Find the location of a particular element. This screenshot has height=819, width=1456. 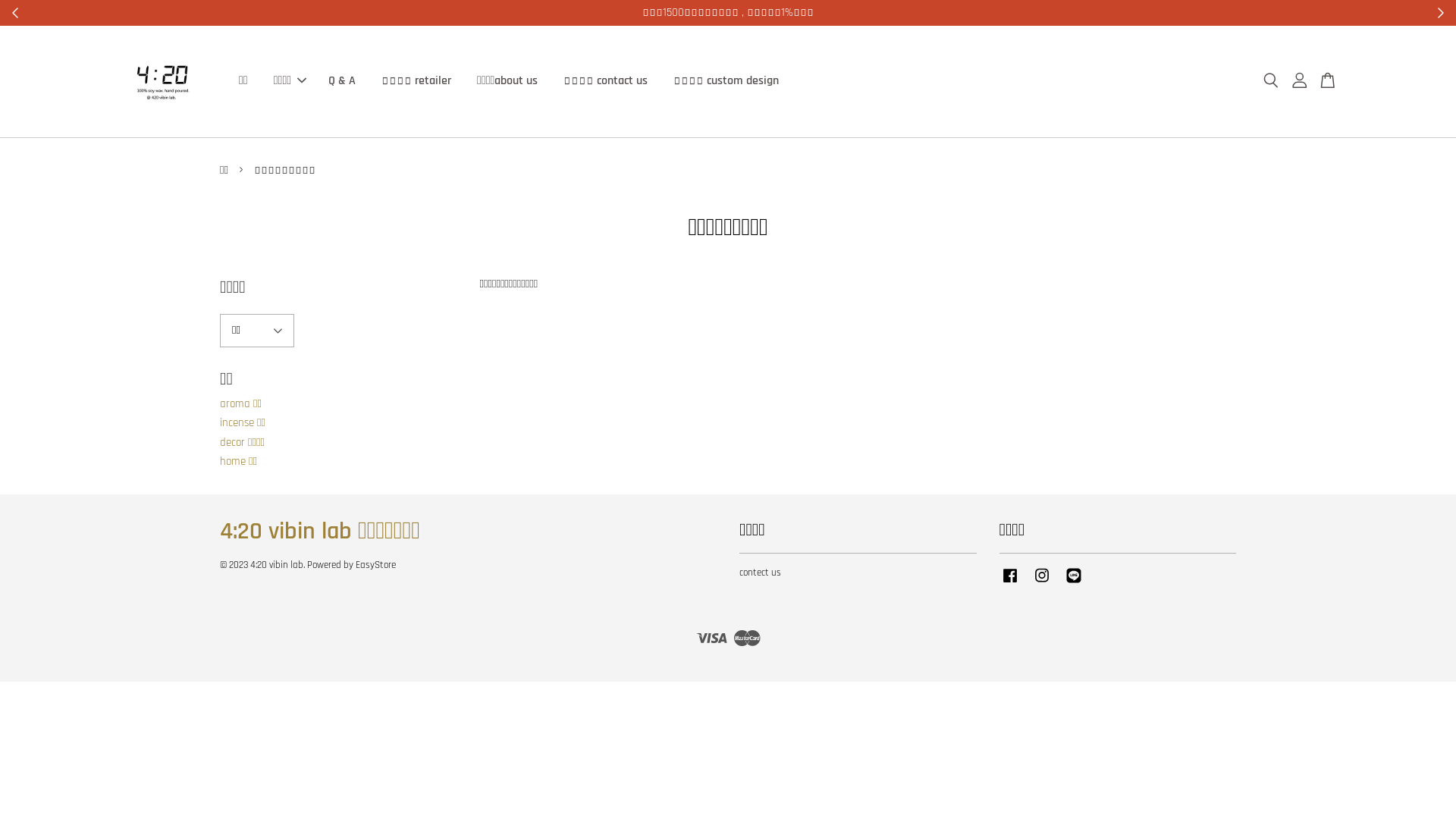

'icon-line is located at coordinates (1062, 582).